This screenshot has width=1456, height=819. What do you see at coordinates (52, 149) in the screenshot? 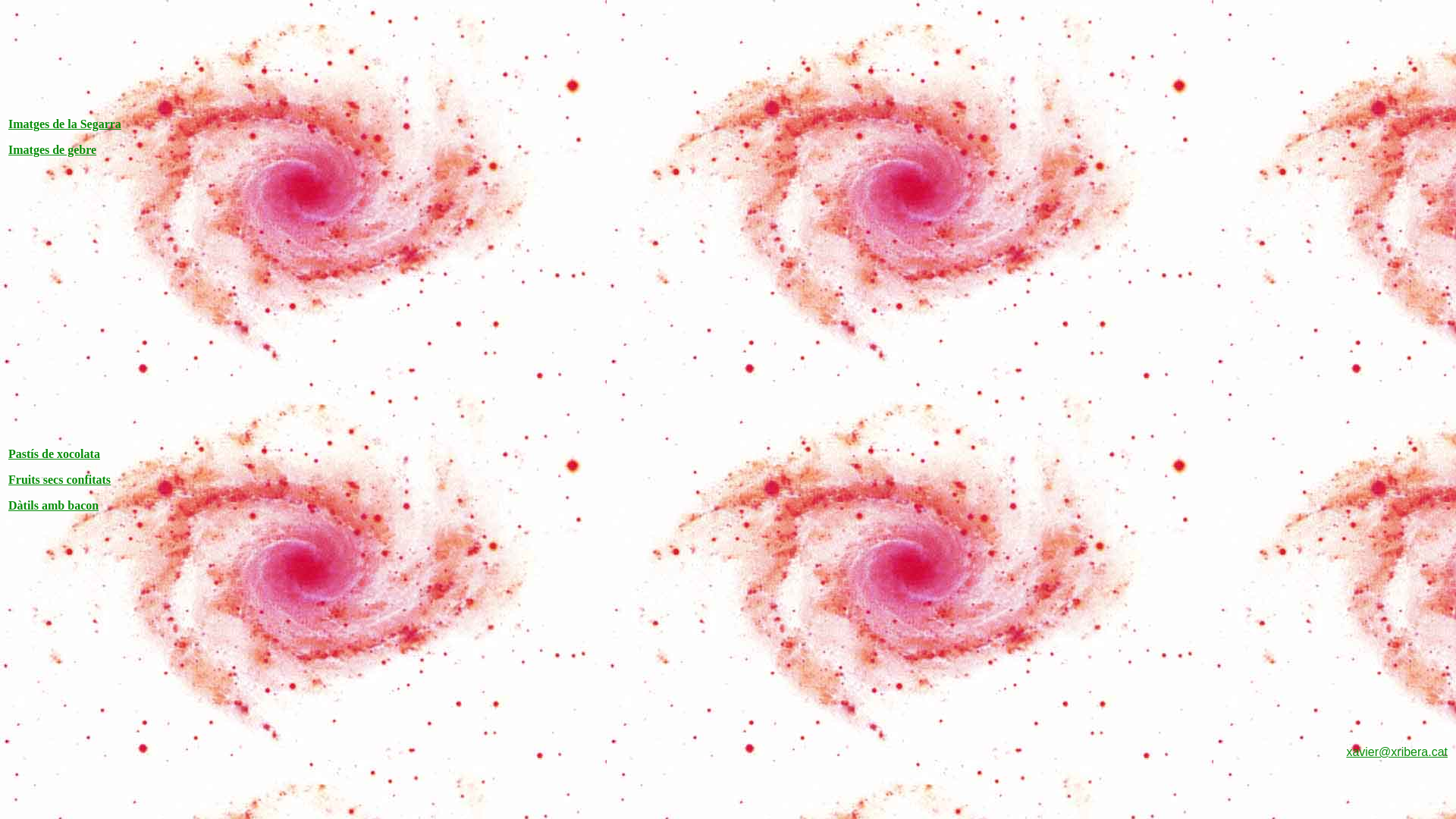
I see `'Imatges de gebre'` at bounding box center [52, 149].